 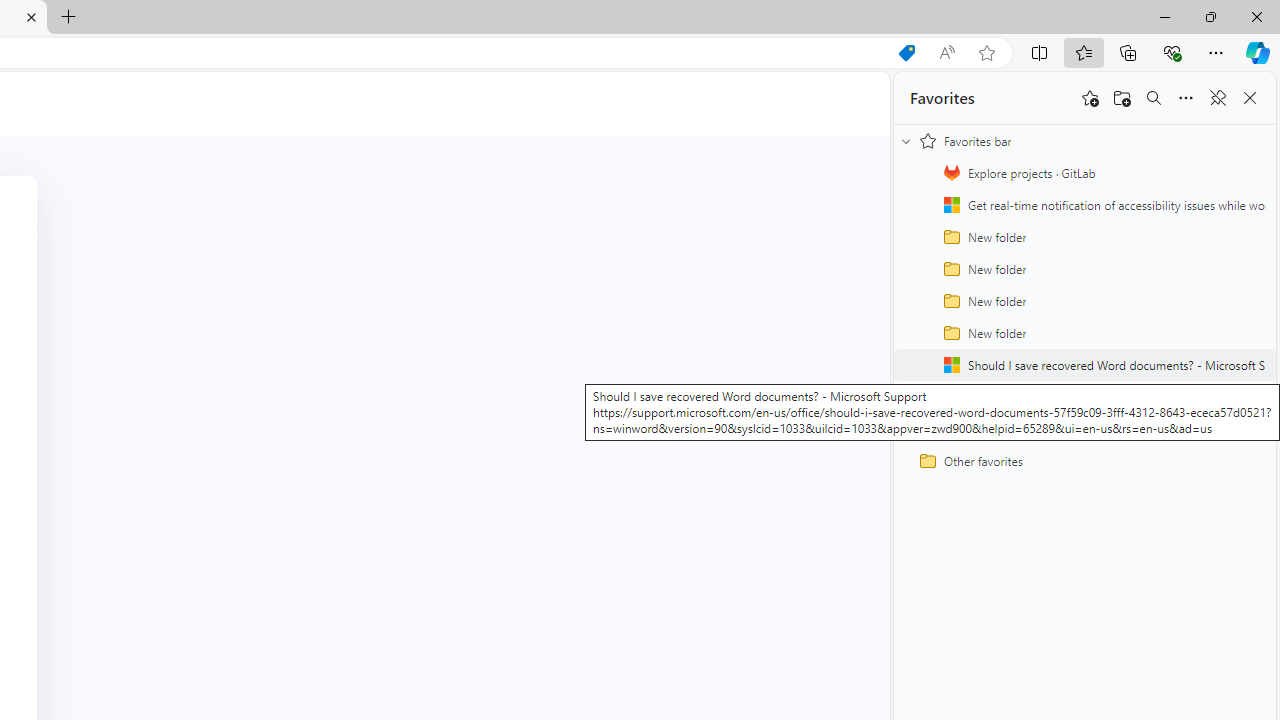 I want to click on 'Unpin favorites', so click(x=1216, y=98).